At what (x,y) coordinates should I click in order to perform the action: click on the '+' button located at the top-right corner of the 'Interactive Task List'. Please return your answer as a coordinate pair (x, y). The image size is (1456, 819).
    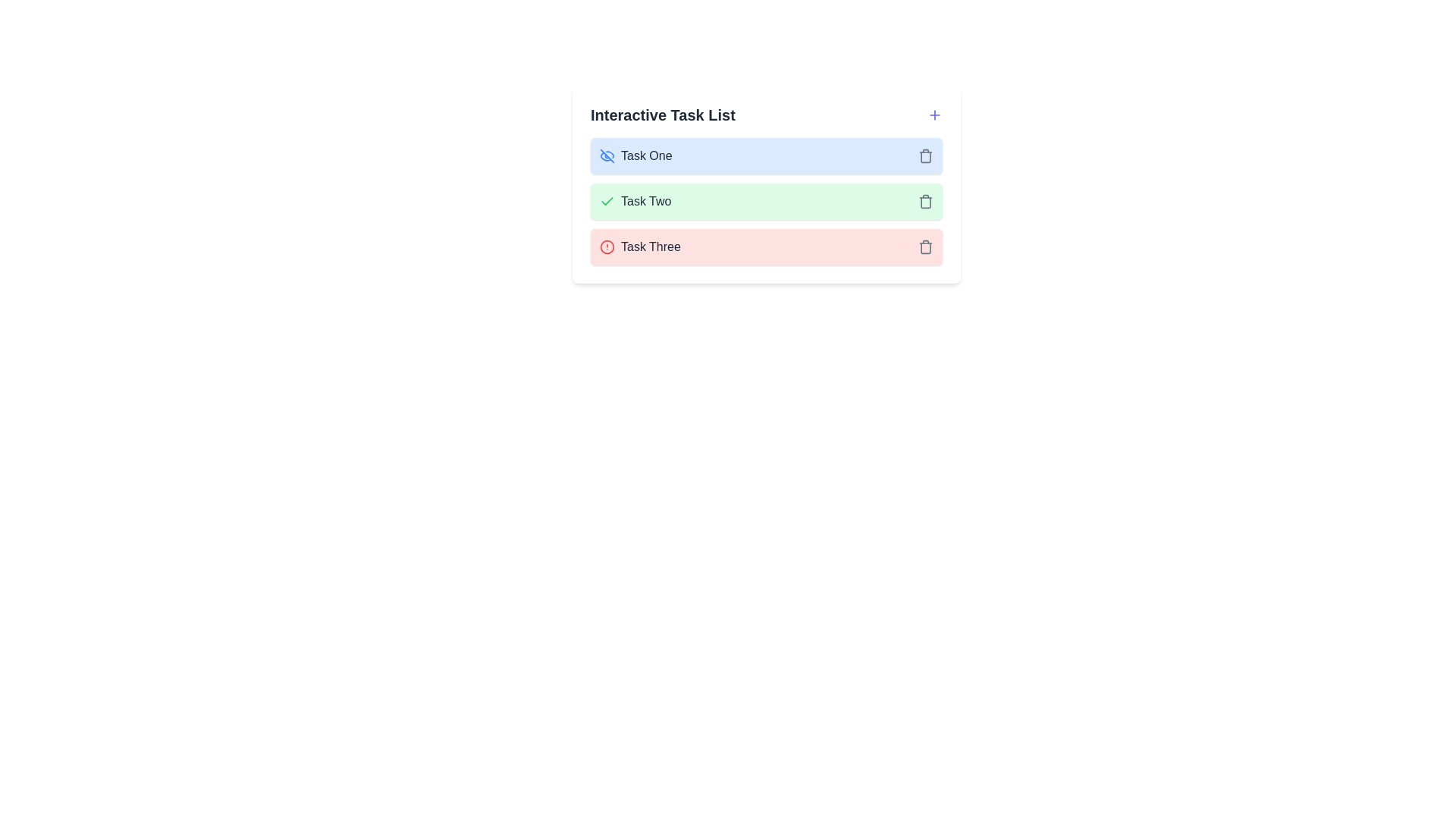
    Looking at the image, I should click on (934, 114).